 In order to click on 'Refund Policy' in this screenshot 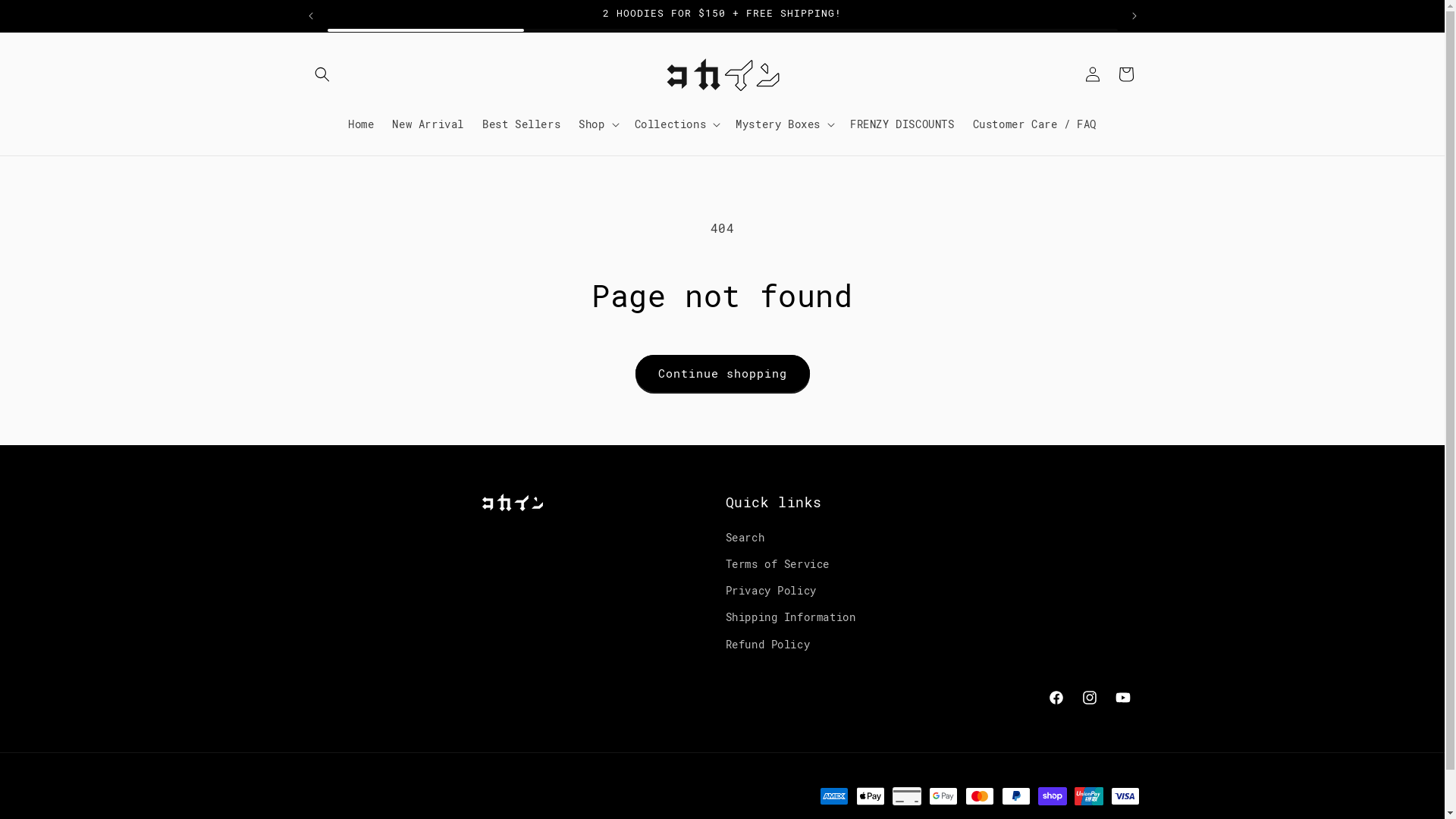, I will do `click(767, 645)`.